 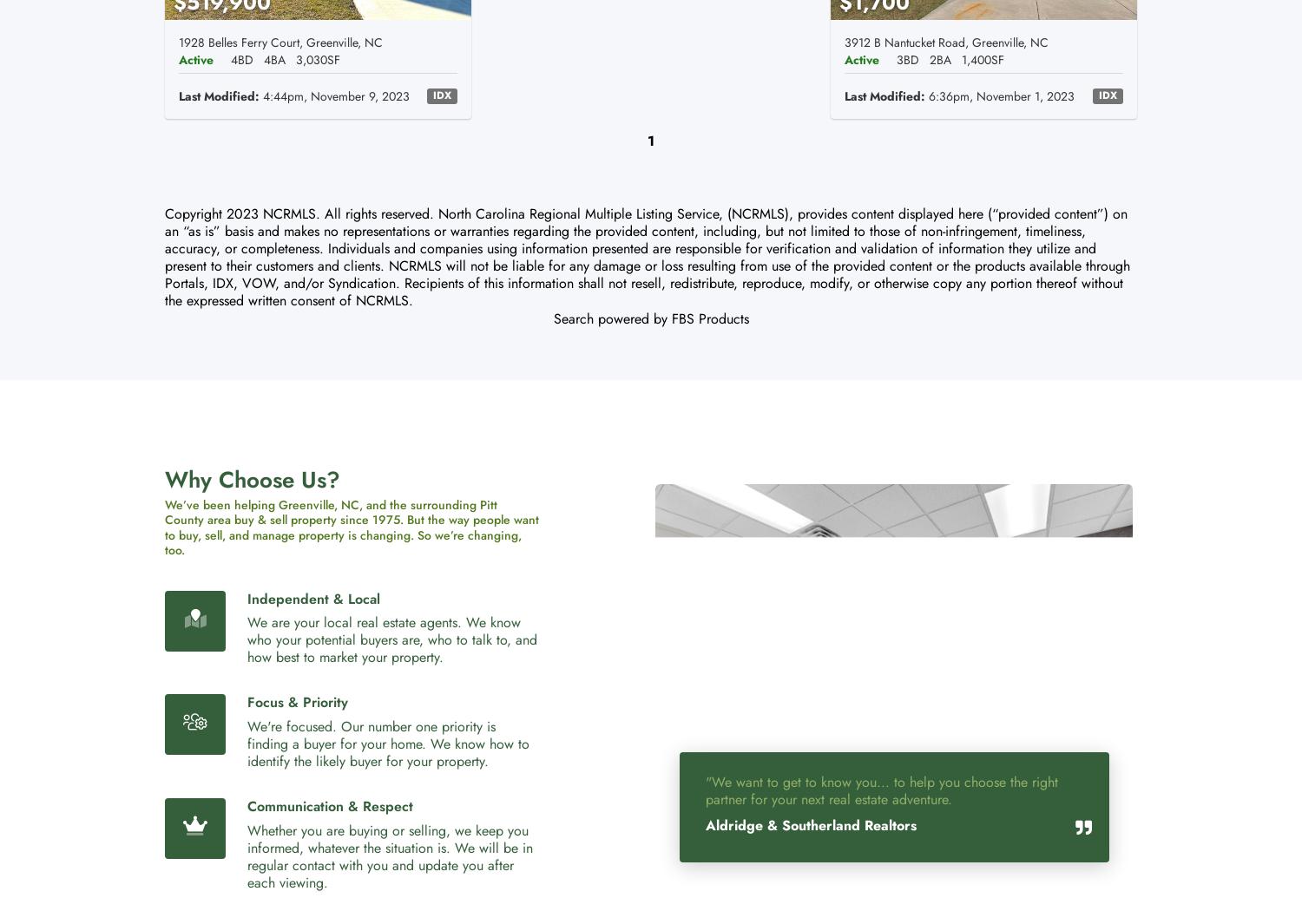 What do you see at coordinates (939, 57) in the screenshot?
I see `'2BA'` at bounding box center [939, 57].